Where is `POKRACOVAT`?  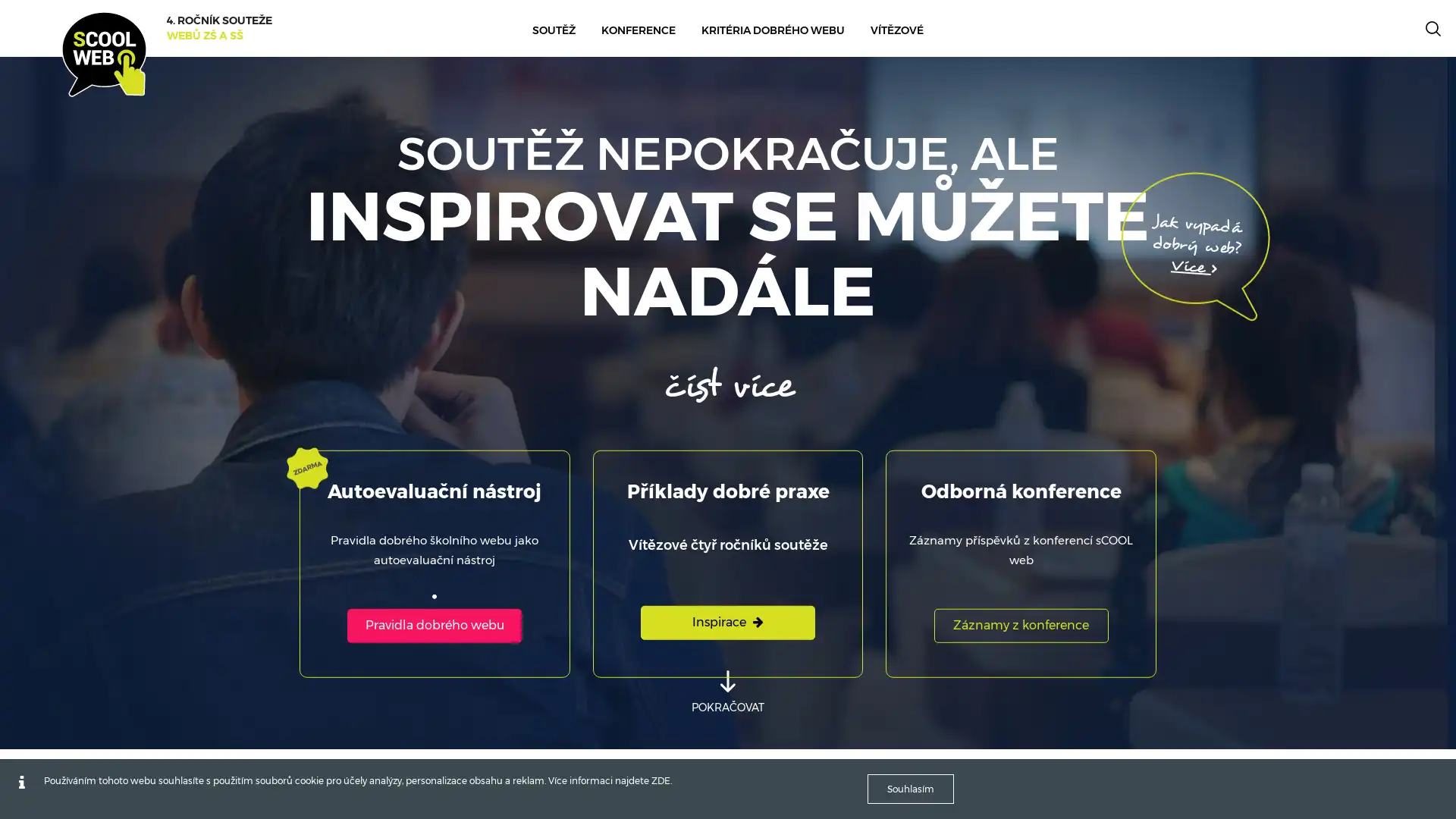 POKRACOVAT is located at coordinates (728, 692).